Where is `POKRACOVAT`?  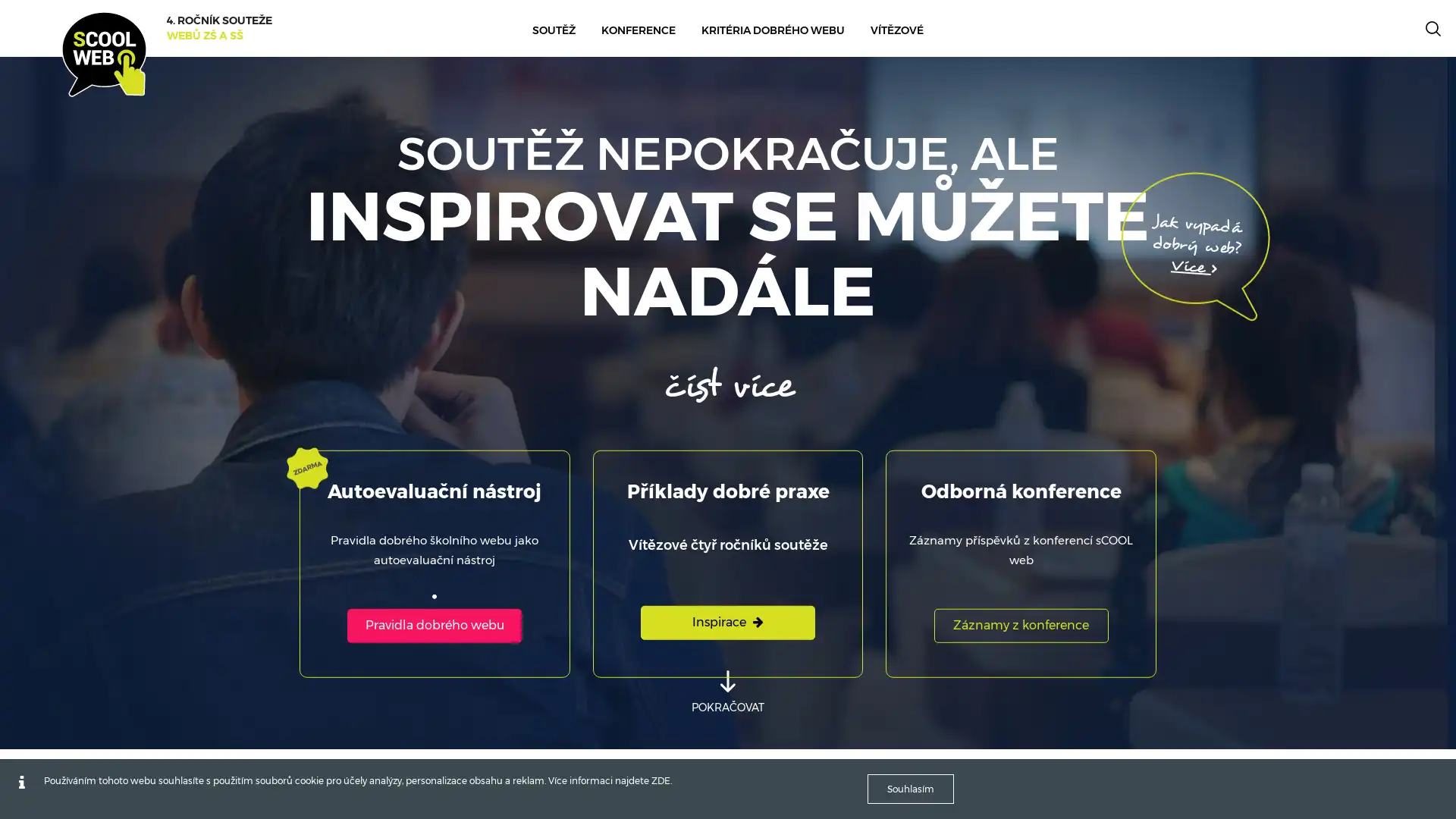 POKRACOVAT is located at coordinates (728, 692).